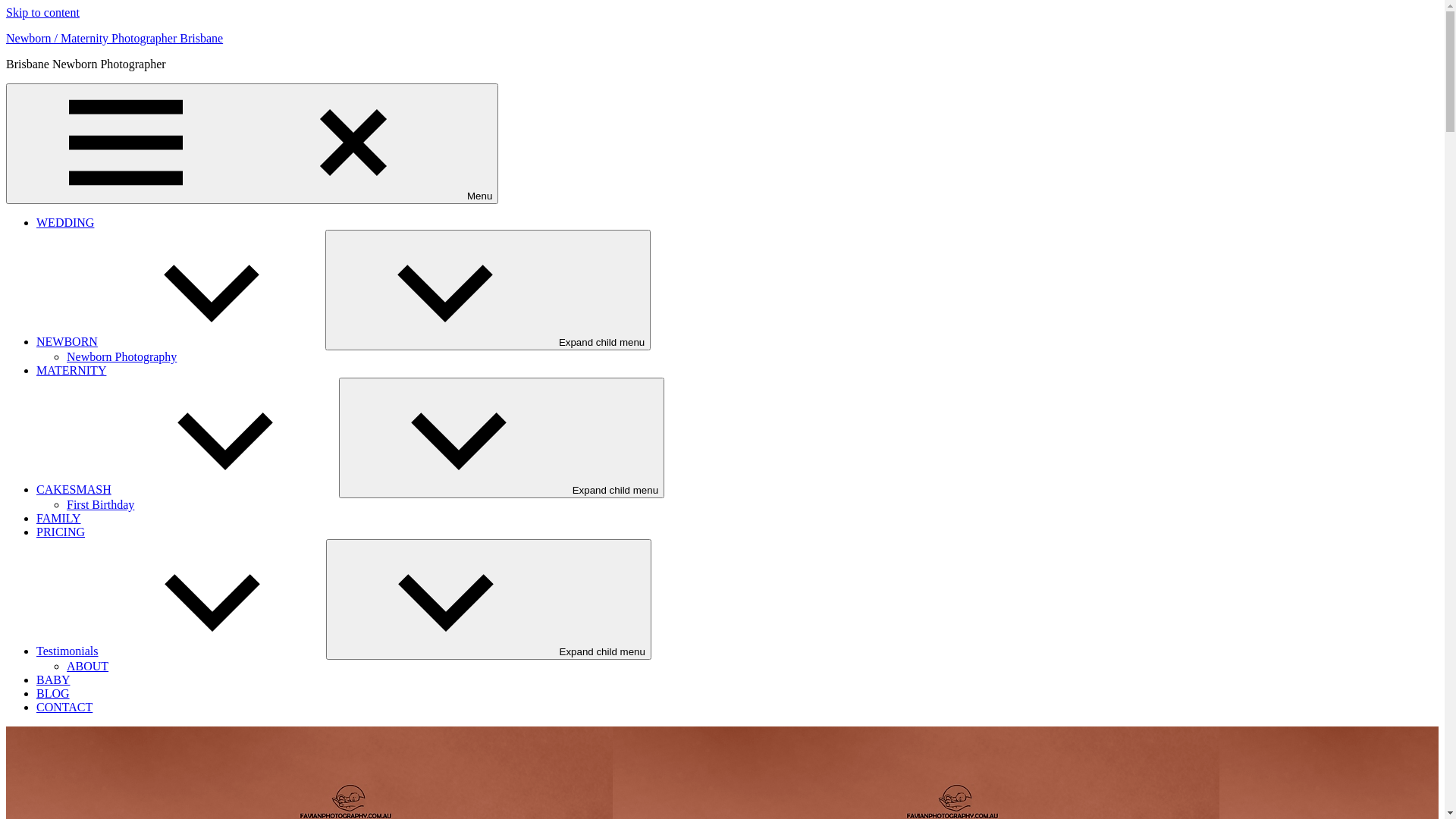 This screenshot has height=819, width=1456. What do you see at coordinates (36, 707) in the screenshot?
I see `'CONTACT'` at bounding box center [36, 707].